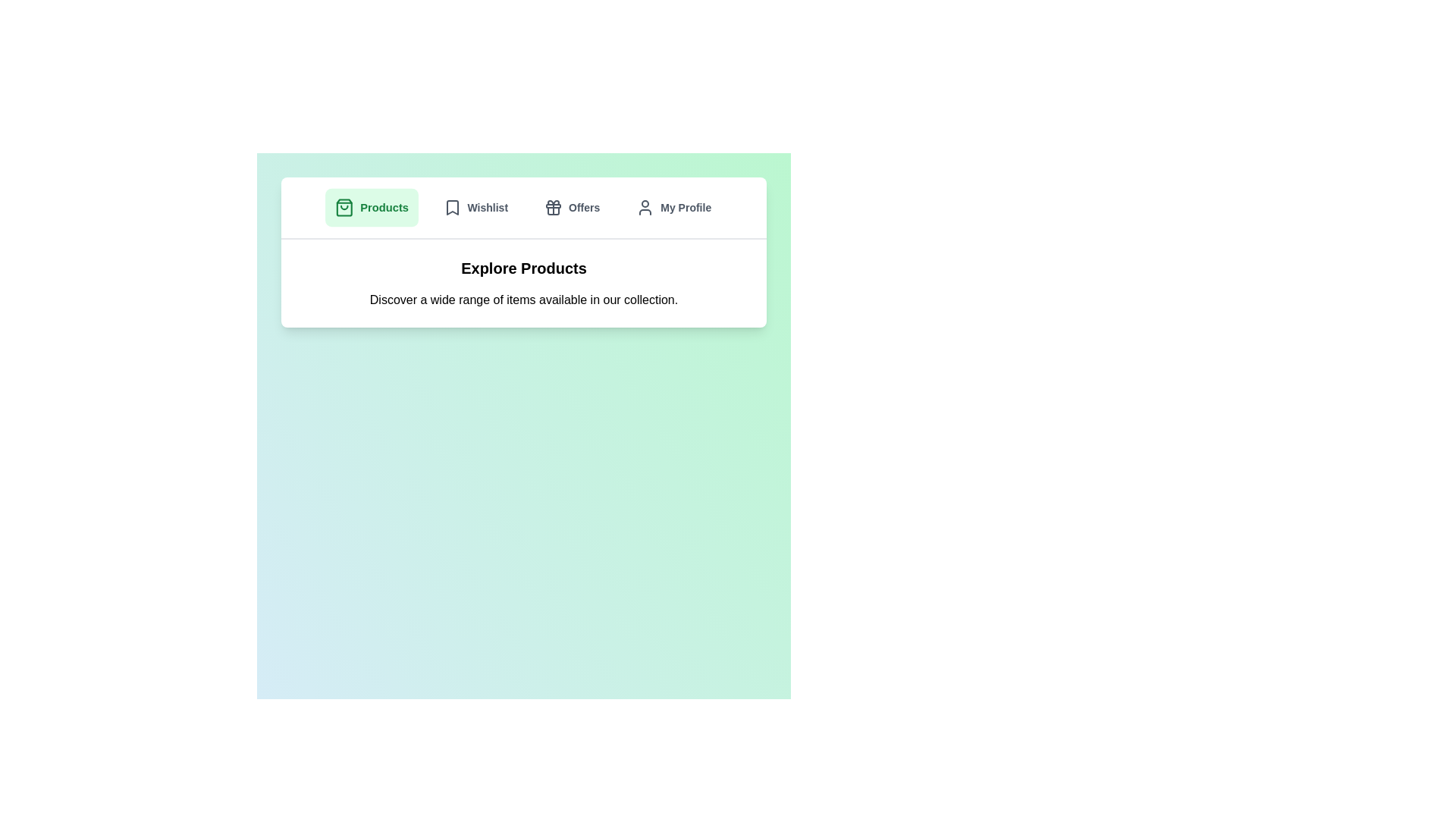 The height and width of the screenshot is (819, 1456). Describe the element at coordinates (552, 206) in the screenshot. I see `the decorative rectangular block with rounded corners that is part of the gift icon located in the top navigation bar` at that location.